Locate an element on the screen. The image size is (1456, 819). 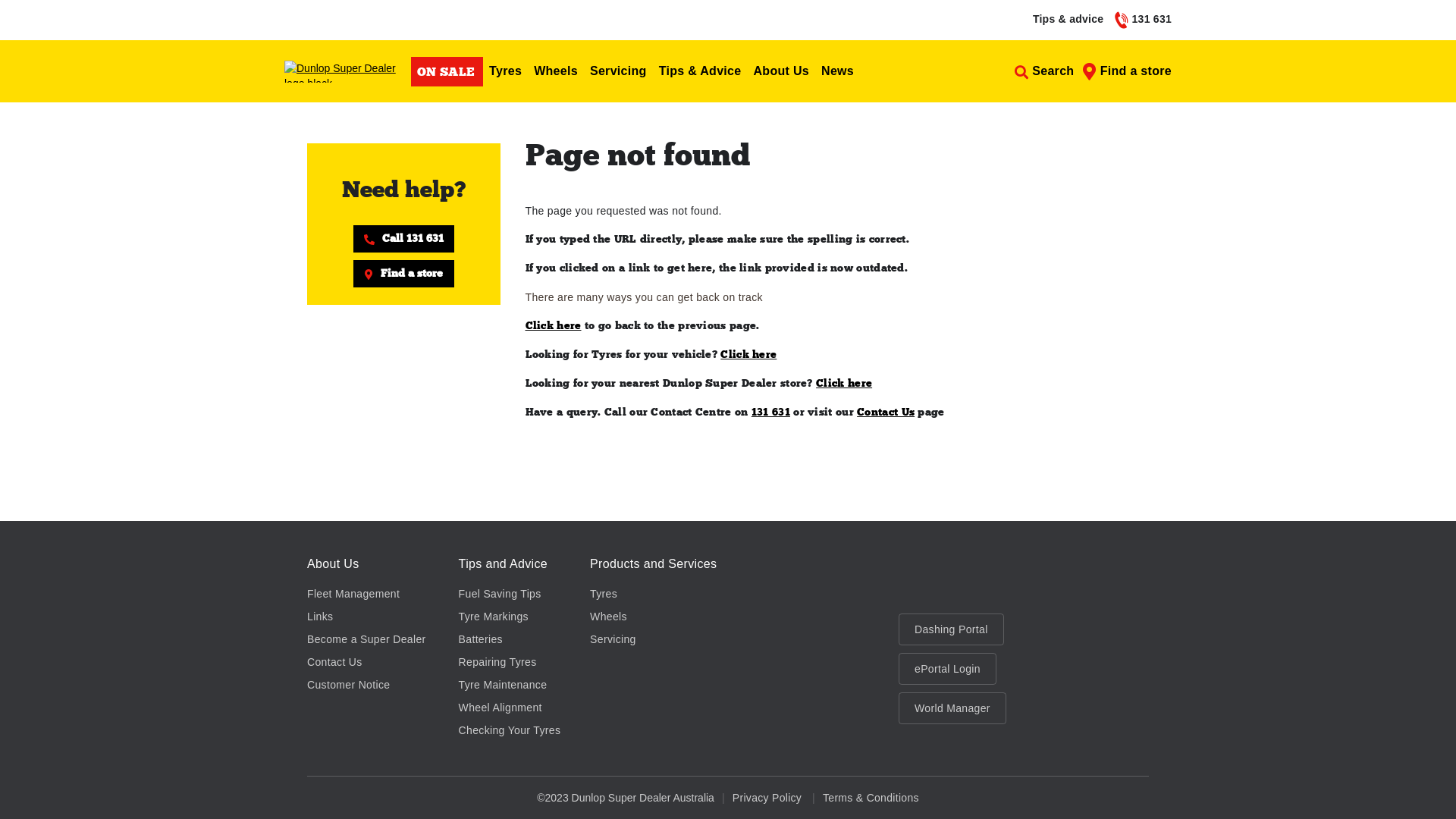
'Checking Your Tyres' is located at coordinates (510, 730).